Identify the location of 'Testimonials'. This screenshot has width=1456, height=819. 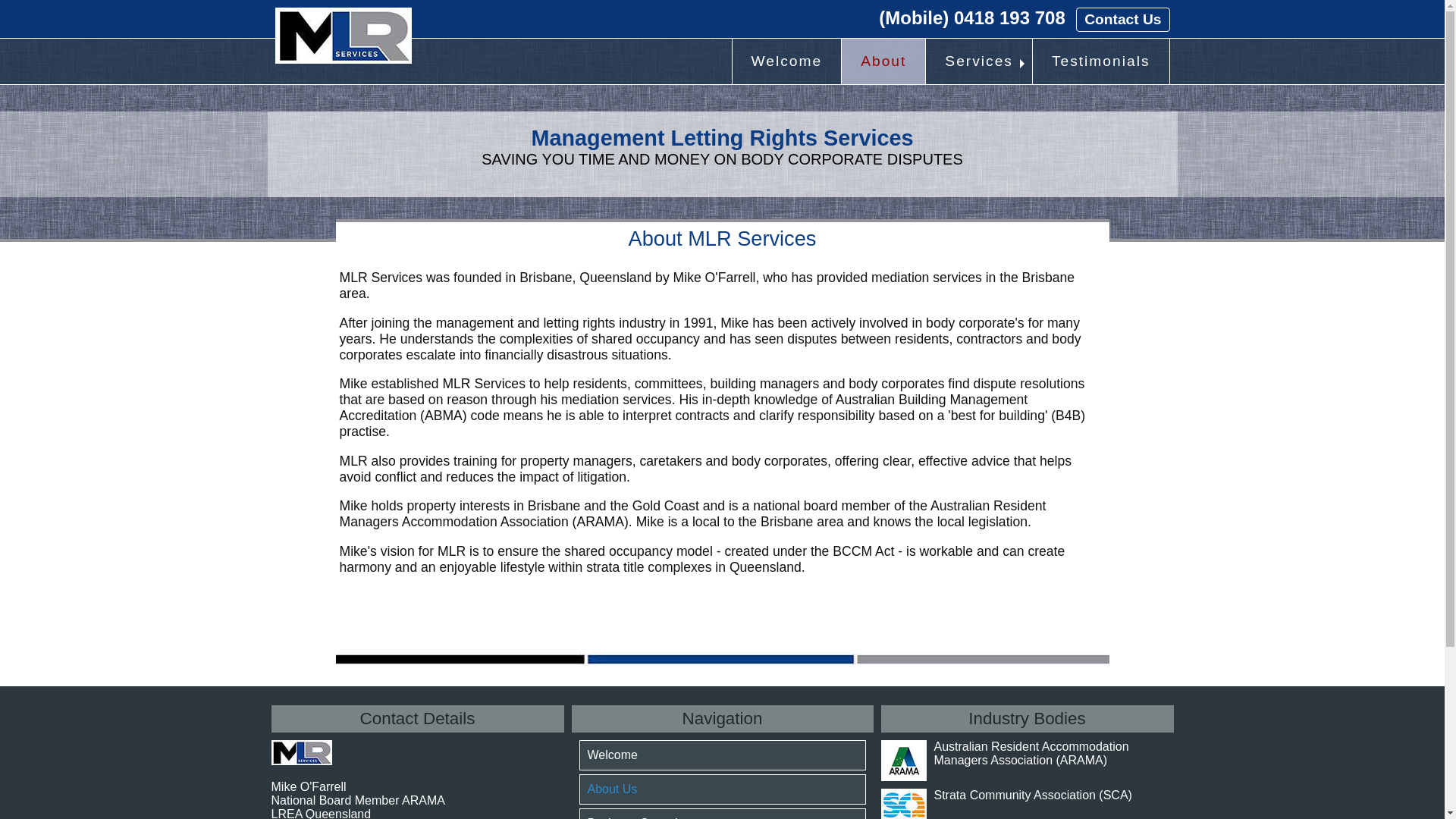
(1100, 61).